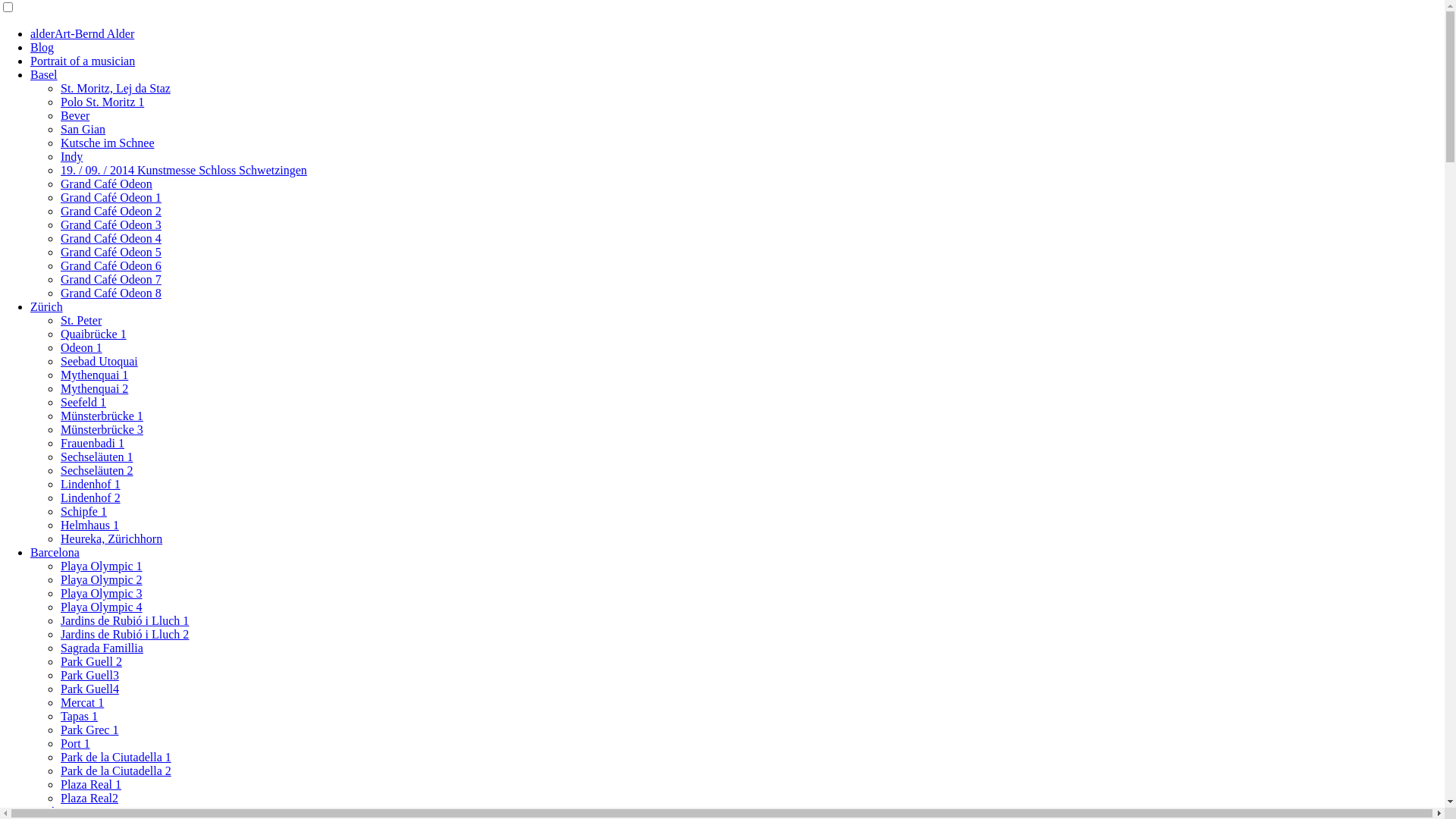  What do you see at coordinates (61, 689) in the screenshot?
I see `'Park Guell4'` at bounding box center [61, 689].